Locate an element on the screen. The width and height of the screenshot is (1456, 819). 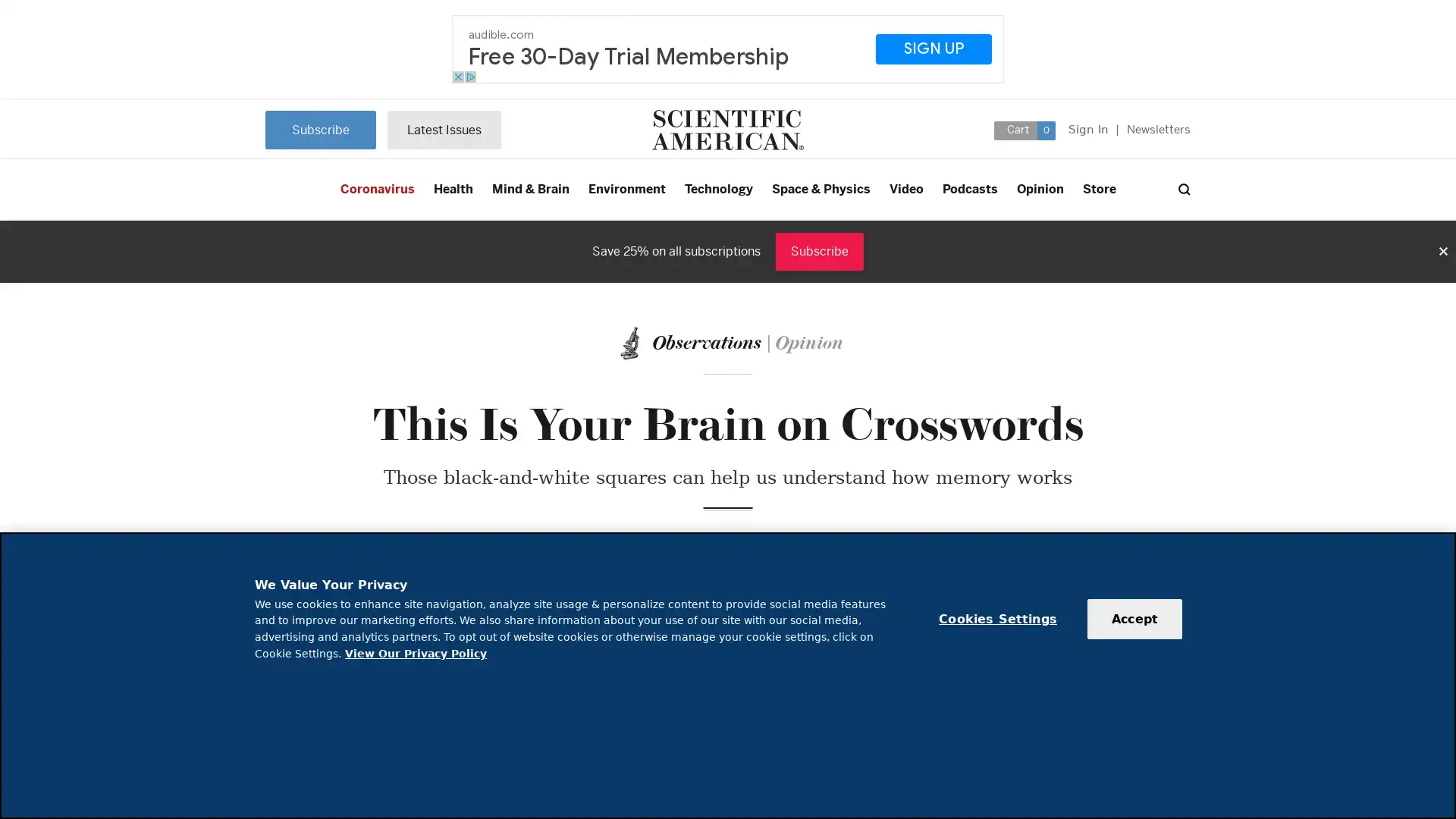
Sign In is located at coordinates (1087, 127).